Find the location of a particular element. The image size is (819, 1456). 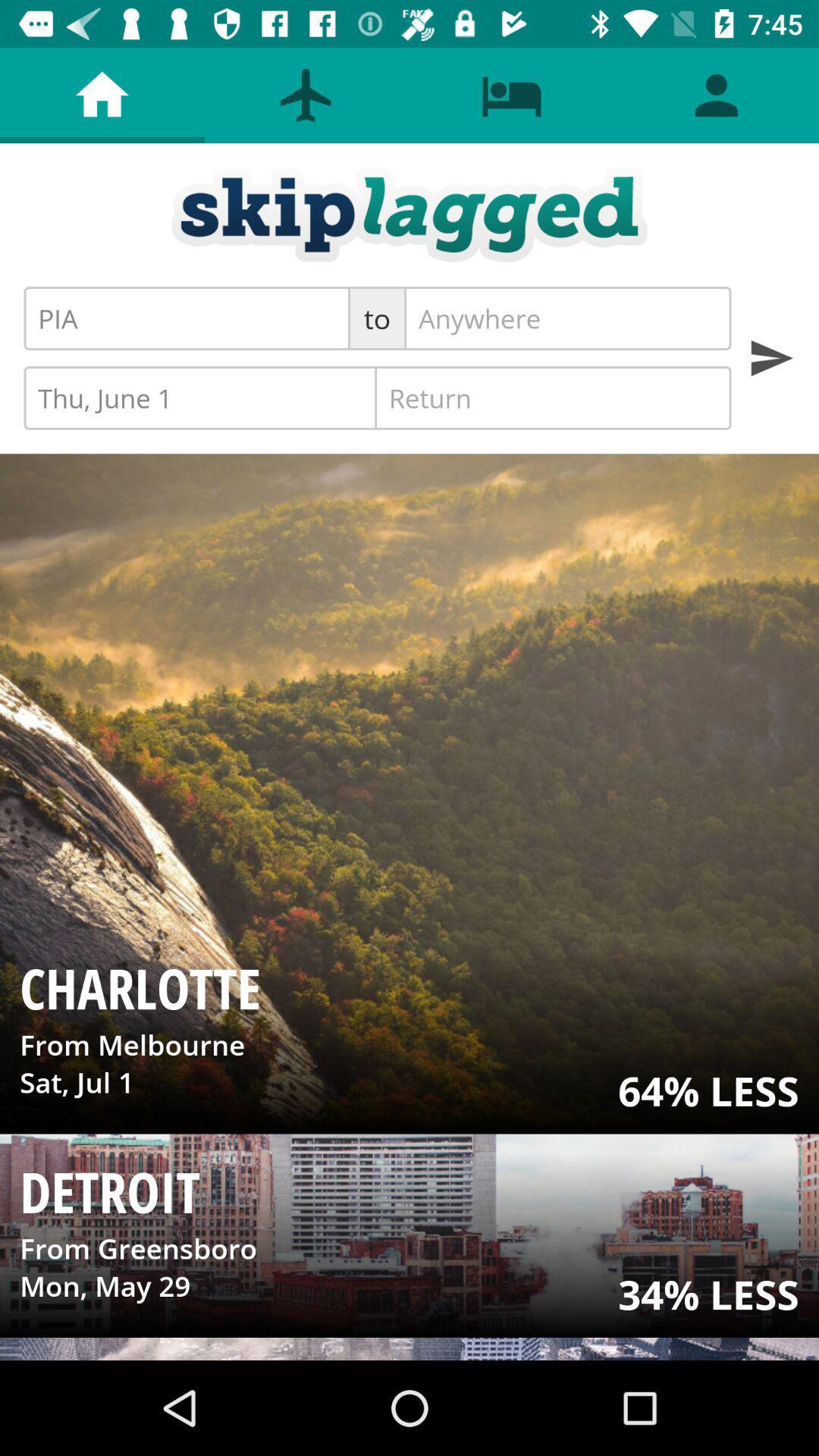

icon below the to is located at coordinates (553, 397).